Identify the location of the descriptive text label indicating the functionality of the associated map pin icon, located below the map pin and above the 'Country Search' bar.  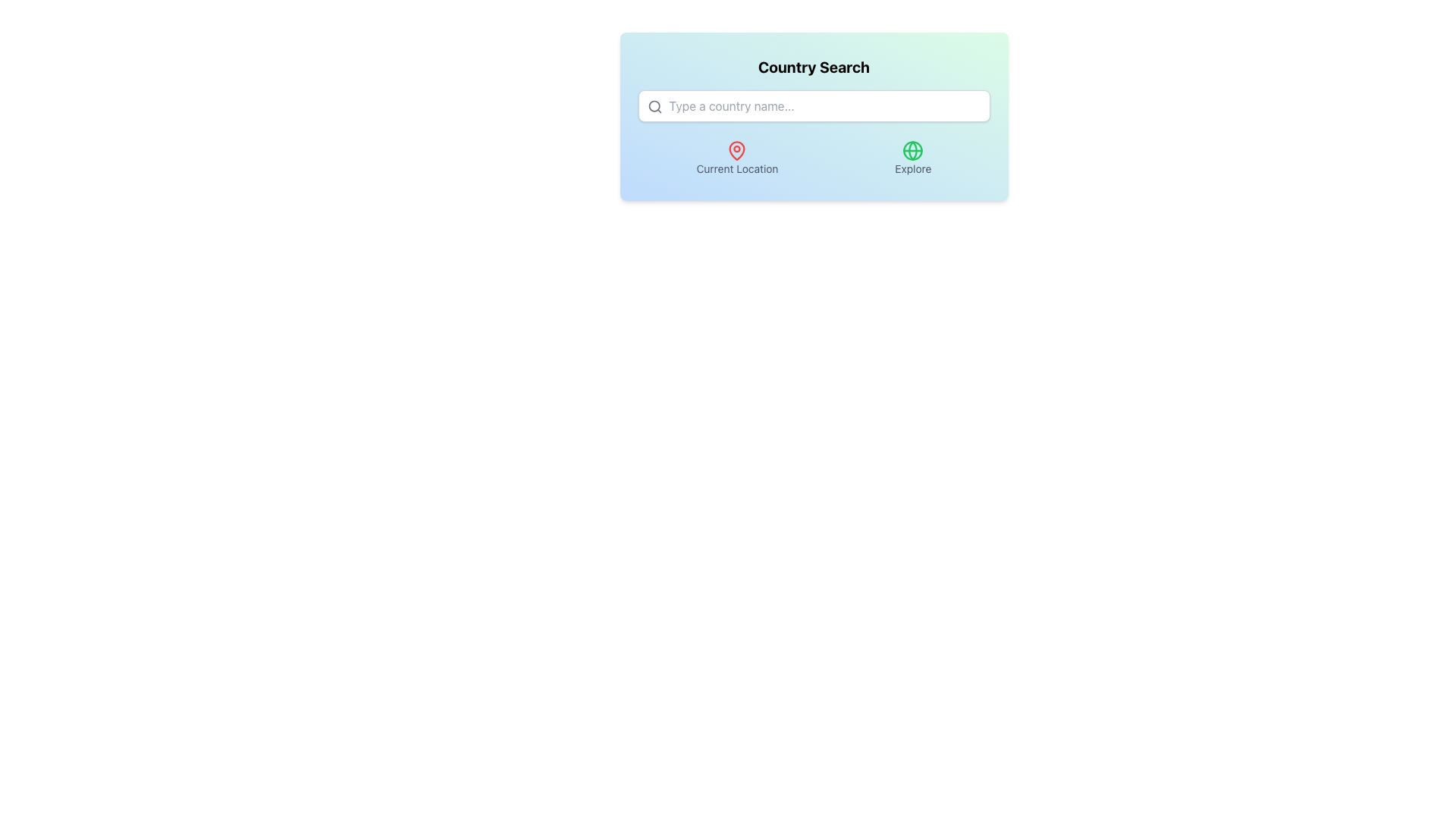
(737, 169).